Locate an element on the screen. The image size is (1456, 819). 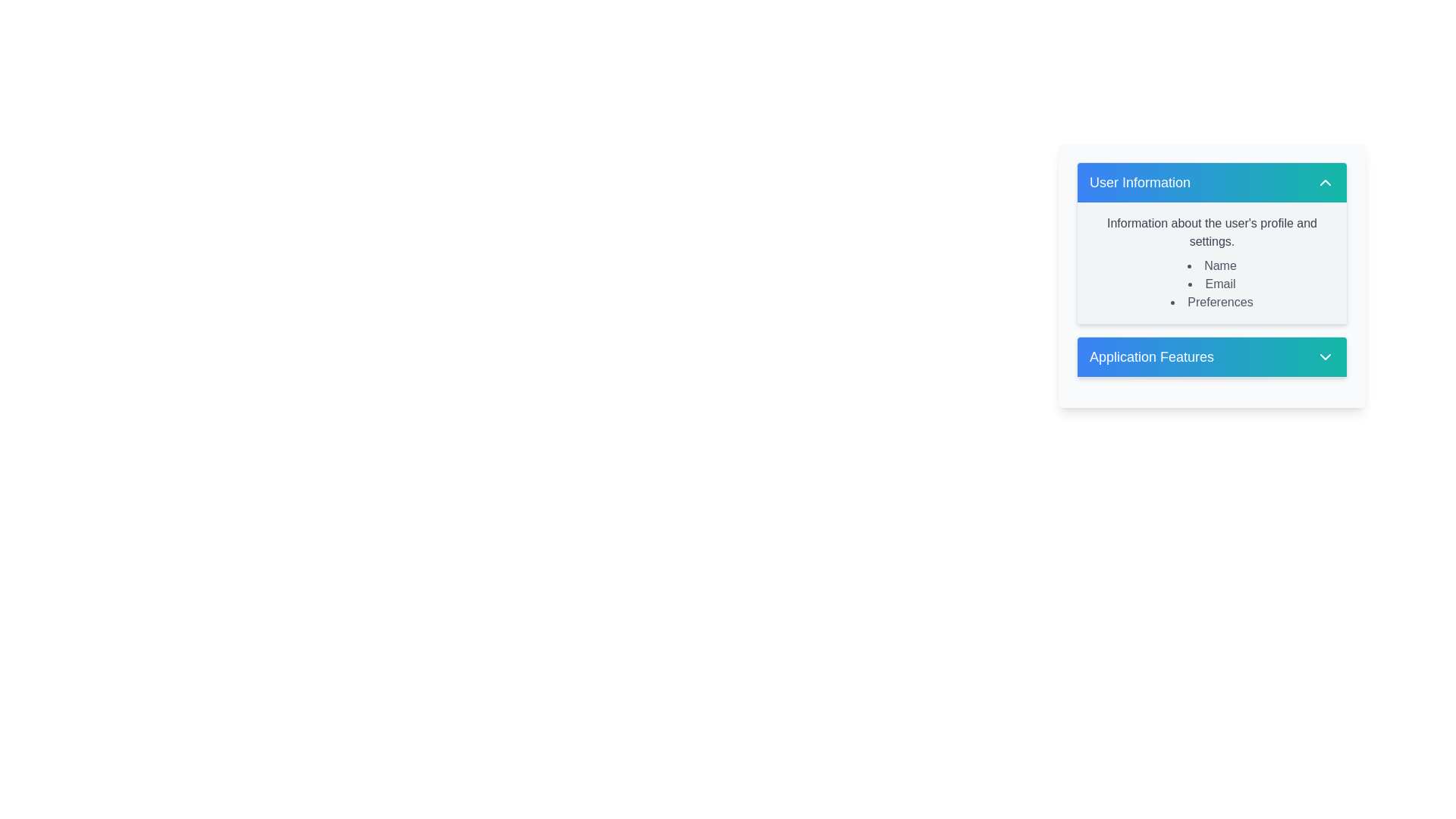
and understand the detailed user profile information displayed in the text block located in the 'User Information' section of the card is located at coordinates (1211, 262).